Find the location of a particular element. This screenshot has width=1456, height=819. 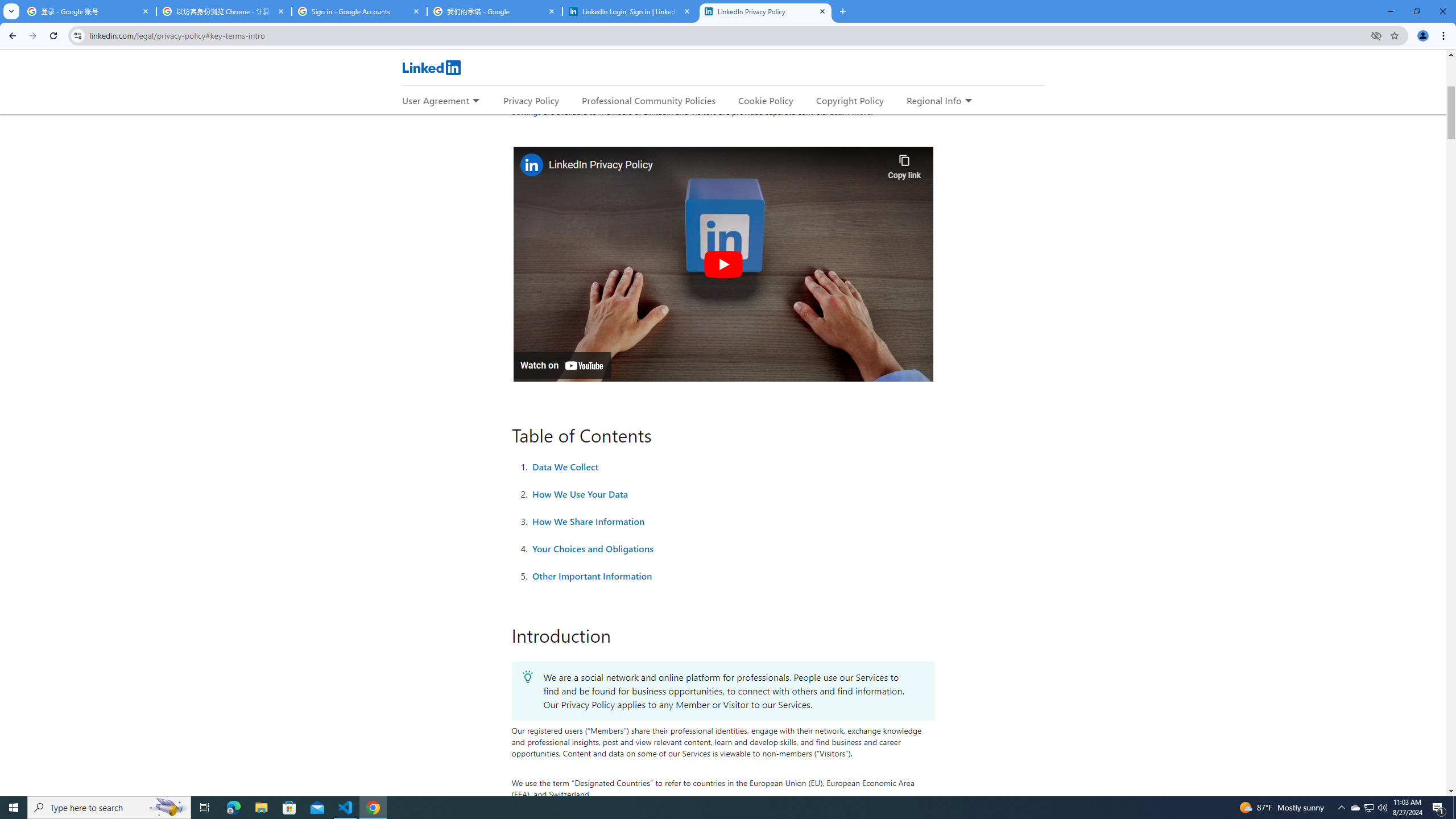

'Expand to show more links for User Agreement' is located at coordinates (475, 101).